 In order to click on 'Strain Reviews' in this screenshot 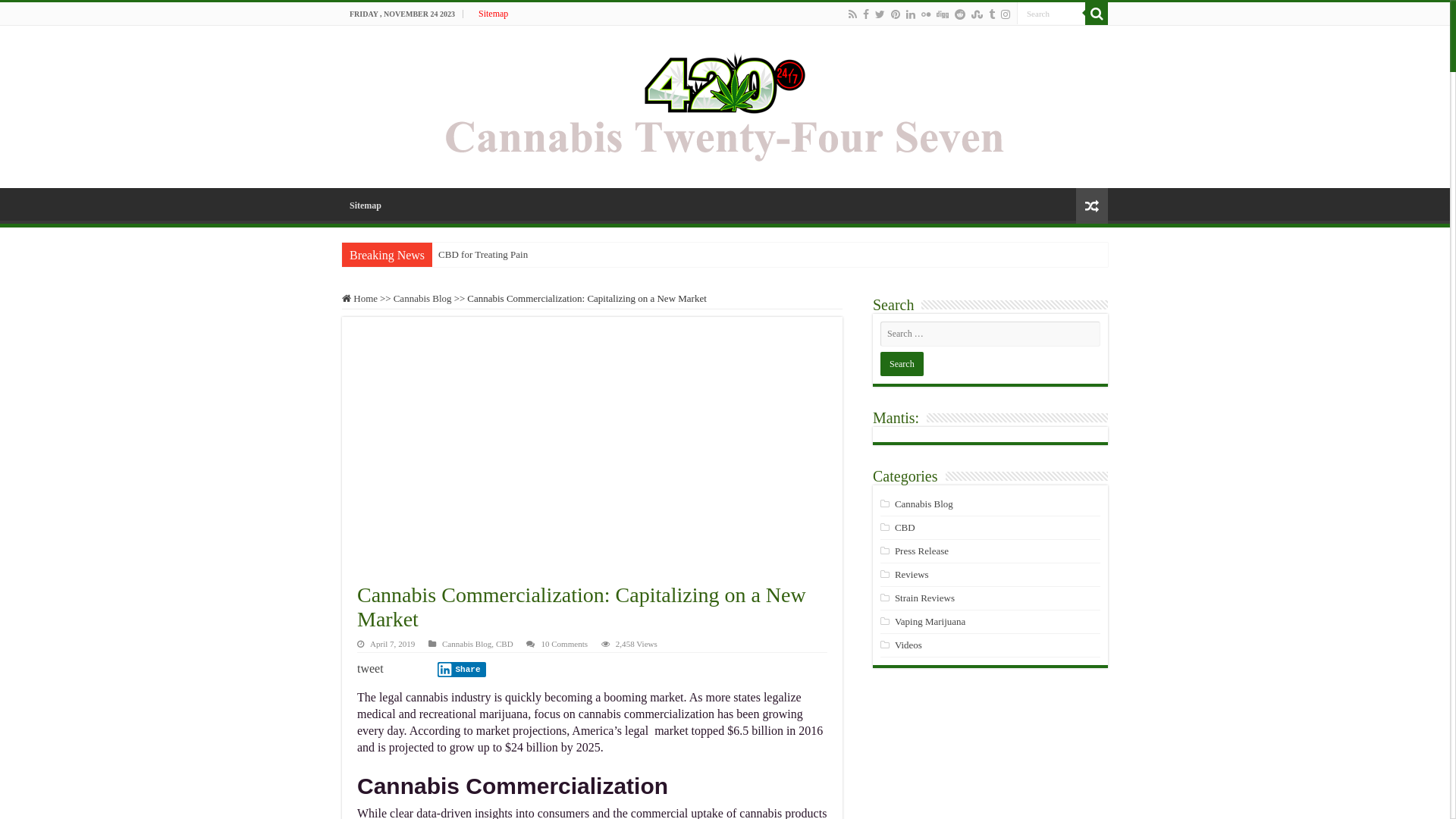, I will do `click(895, 597)`.